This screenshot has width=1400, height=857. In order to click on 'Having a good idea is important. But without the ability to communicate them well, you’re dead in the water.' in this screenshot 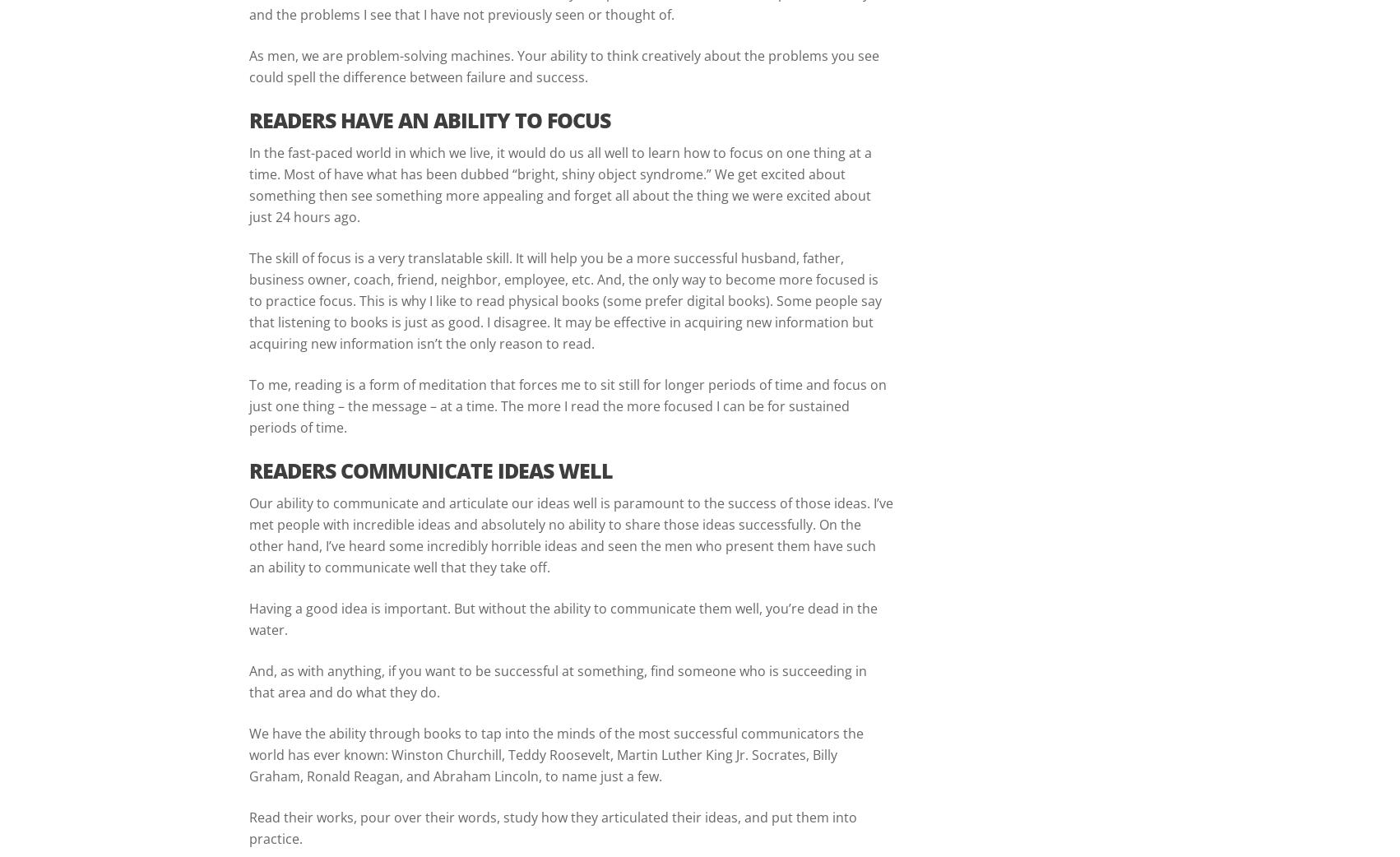, I will do `click(248, 618)`.